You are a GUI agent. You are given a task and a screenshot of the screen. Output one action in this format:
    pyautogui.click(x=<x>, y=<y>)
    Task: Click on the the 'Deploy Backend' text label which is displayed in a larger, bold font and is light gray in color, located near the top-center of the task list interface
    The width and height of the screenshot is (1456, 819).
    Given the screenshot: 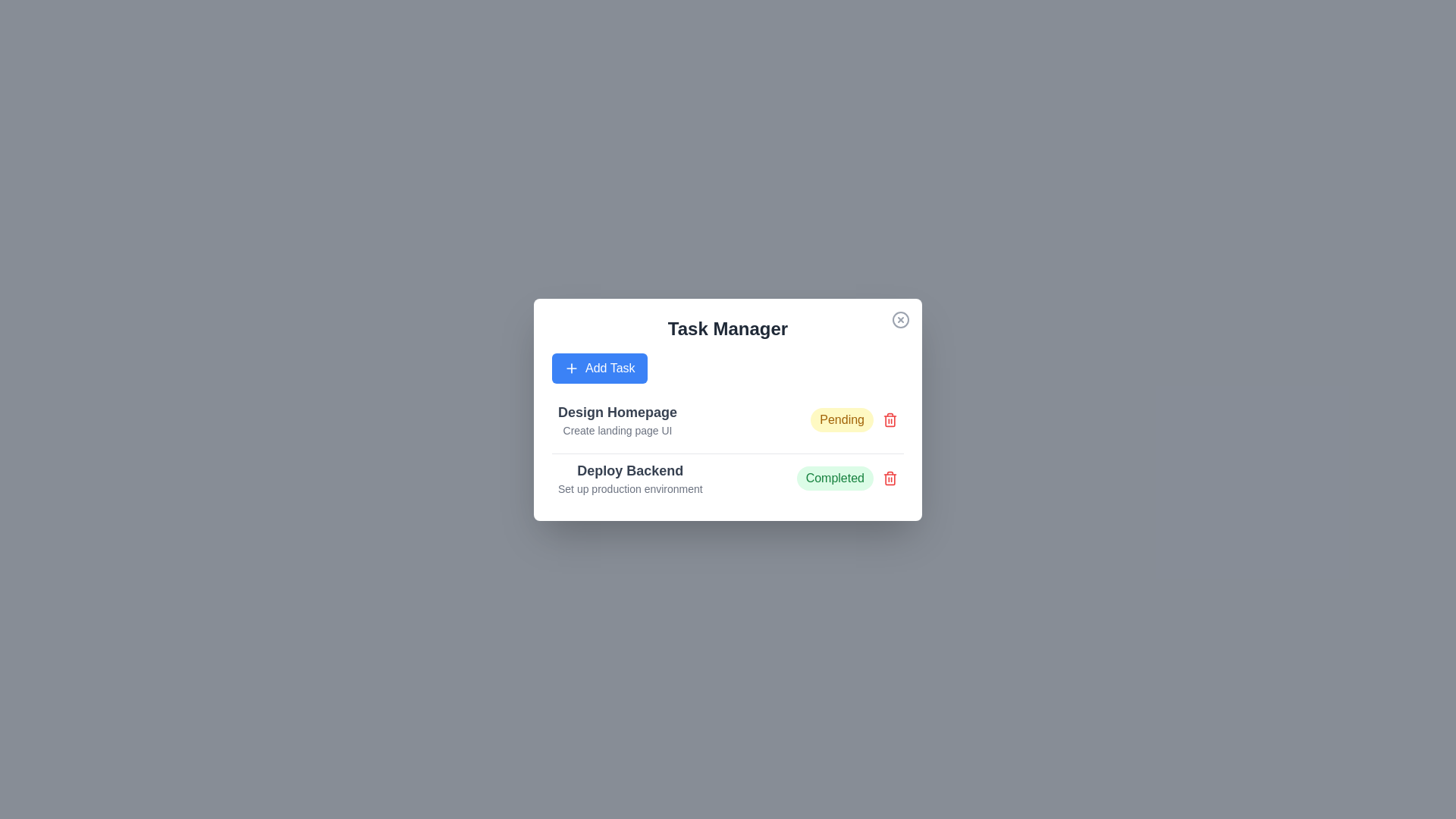 What is the action you would take?
    pyautogui.click(x=630, y=469)
    